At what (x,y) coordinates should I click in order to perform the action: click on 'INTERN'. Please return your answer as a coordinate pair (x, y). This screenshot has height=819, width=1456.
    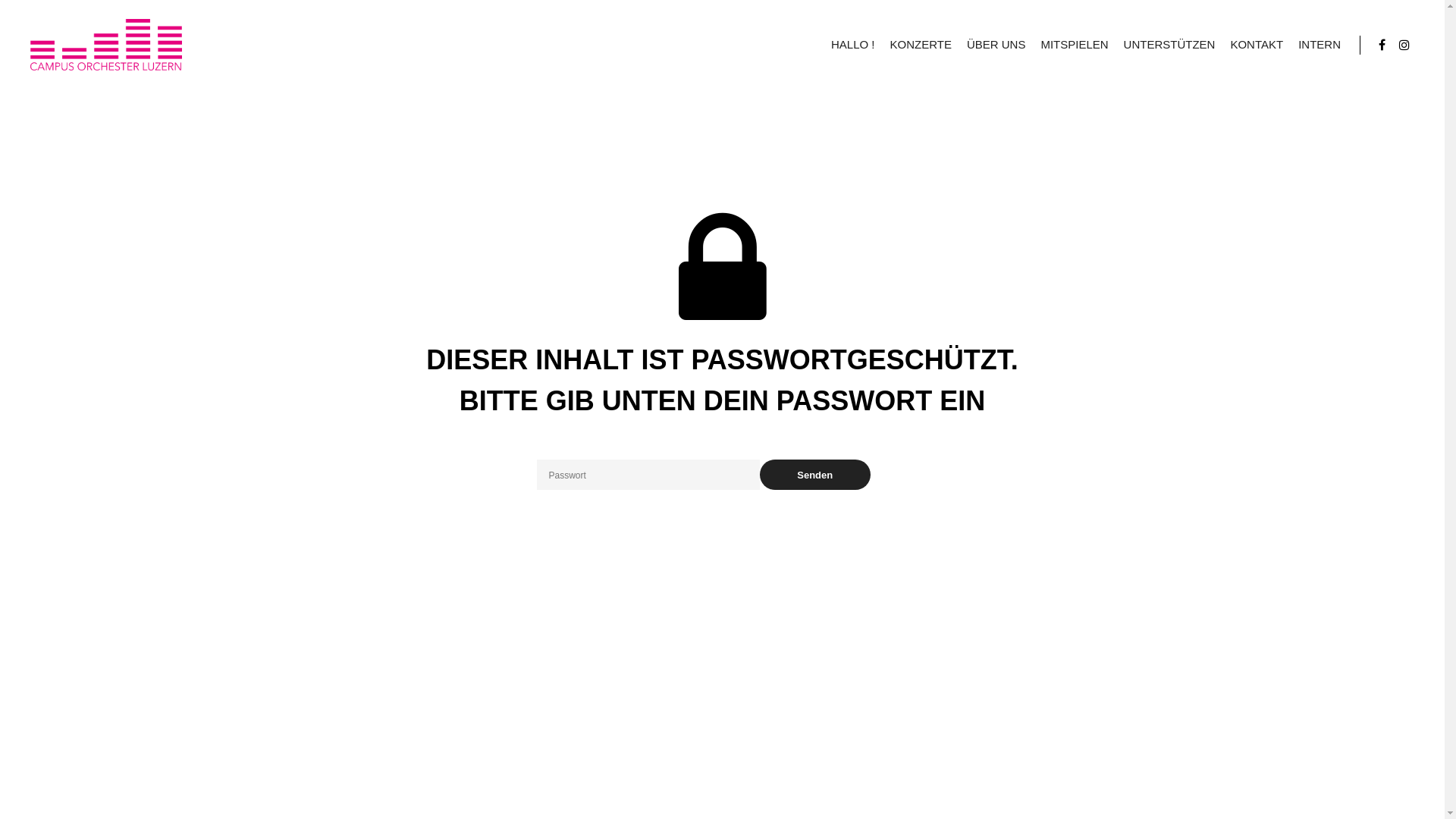
    Looking at the image, I should click on (1318, 43).